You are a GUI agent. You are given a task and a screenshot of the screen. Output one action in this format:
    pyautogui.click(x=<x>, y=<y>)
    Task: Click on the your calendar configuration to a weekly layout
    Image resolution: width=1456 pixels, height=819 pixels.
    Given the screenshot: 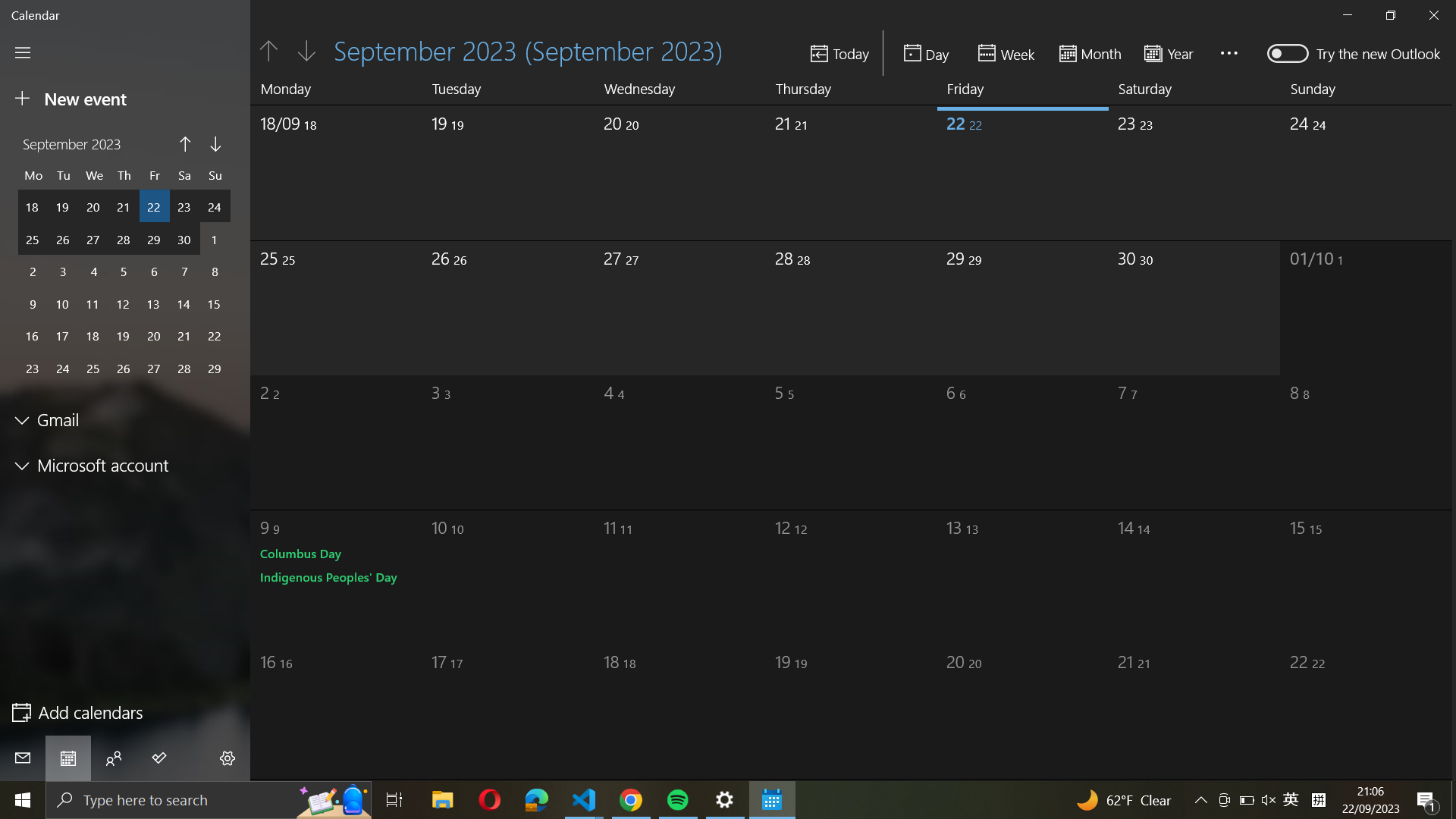 What is the action you would take?
    pyautogui.click(x=1008, y=52)
    